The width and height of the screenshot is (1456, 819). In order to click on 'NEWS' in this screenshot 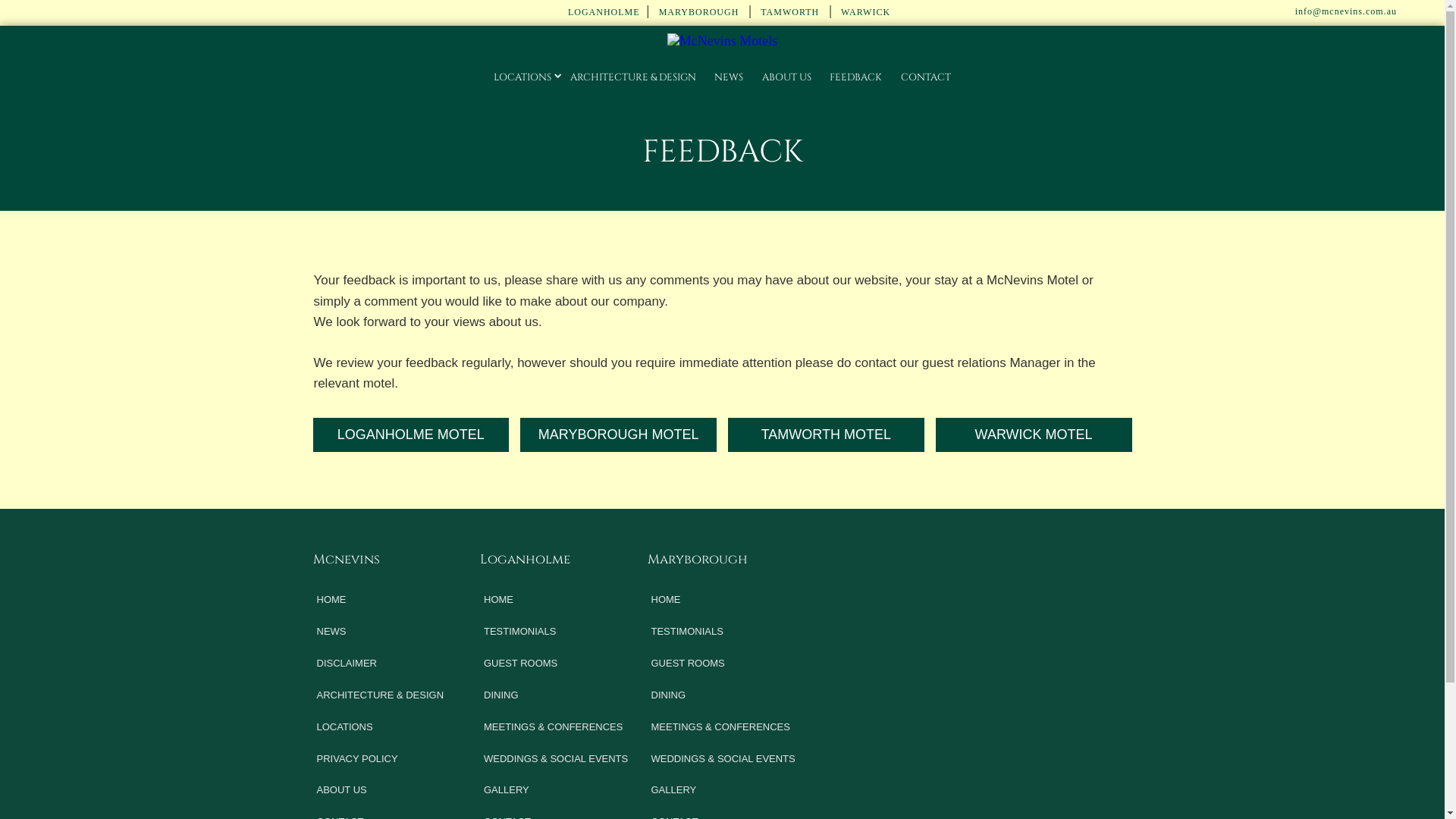, I will do `click(728, 77)`.